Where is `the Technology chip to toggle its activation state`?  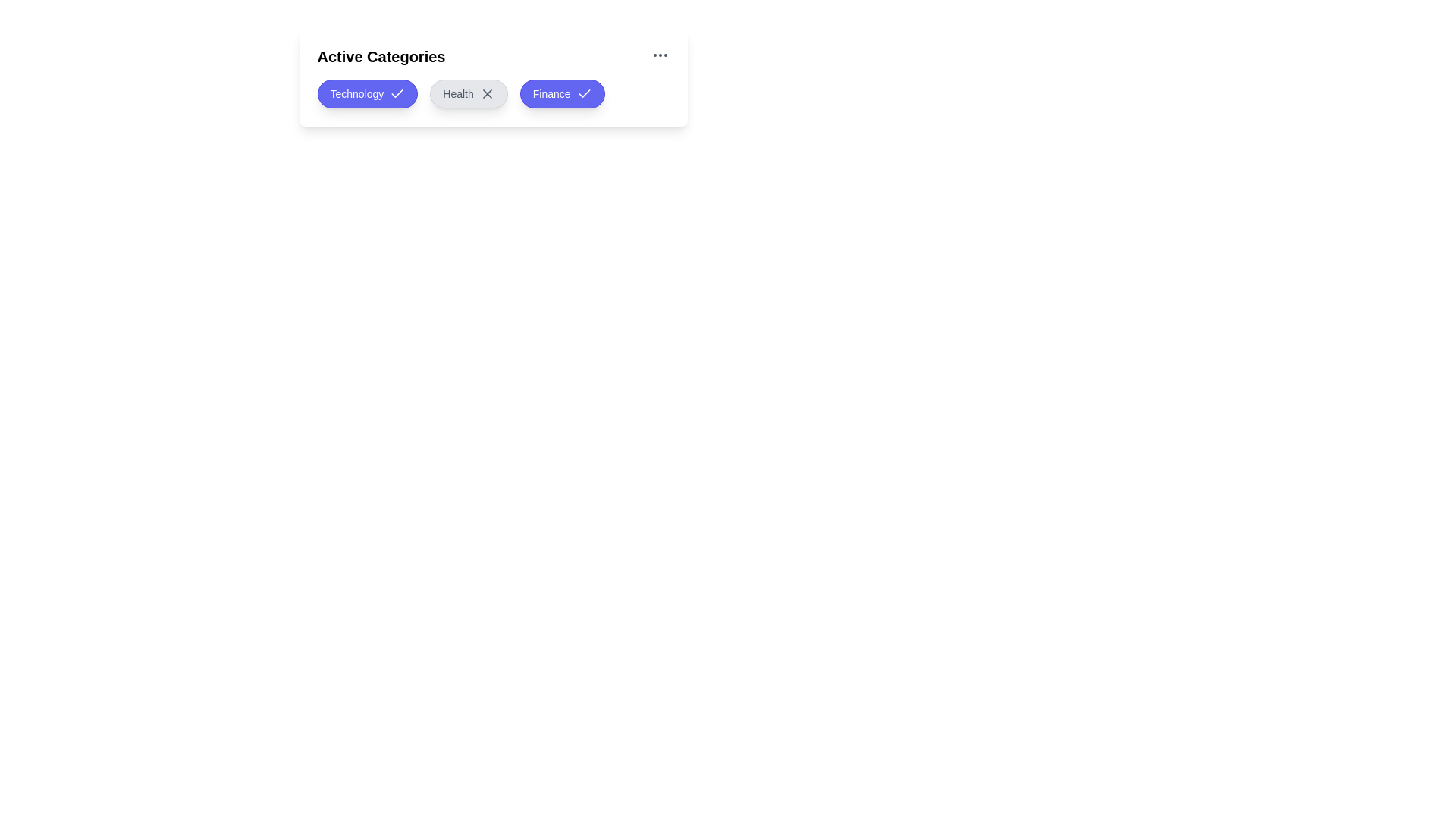
the Technology chip to toggle its activation state is located at coordinates (367, 93).